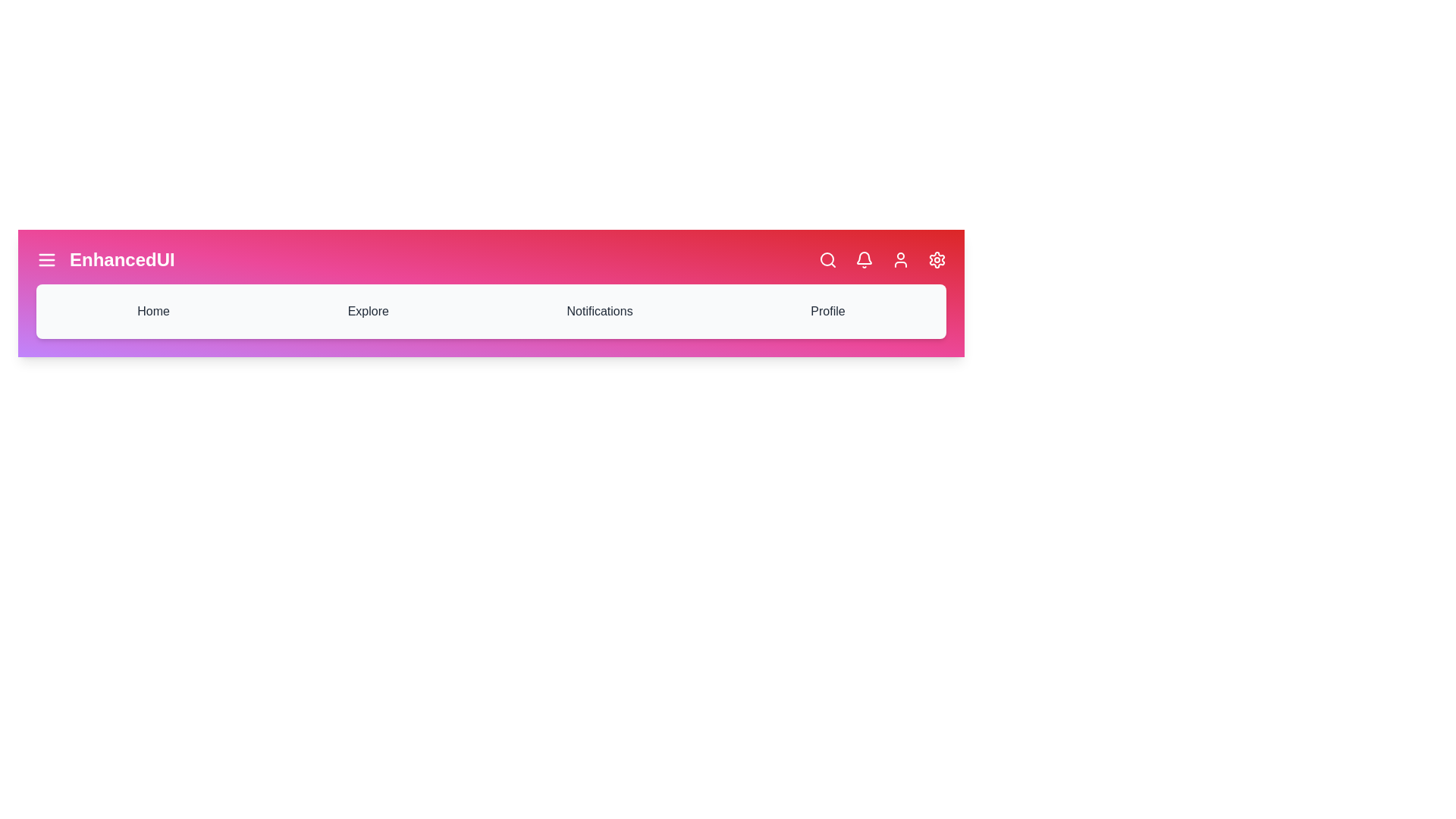  I want to click on the icon corresponding to Bell, so click(864, 259).